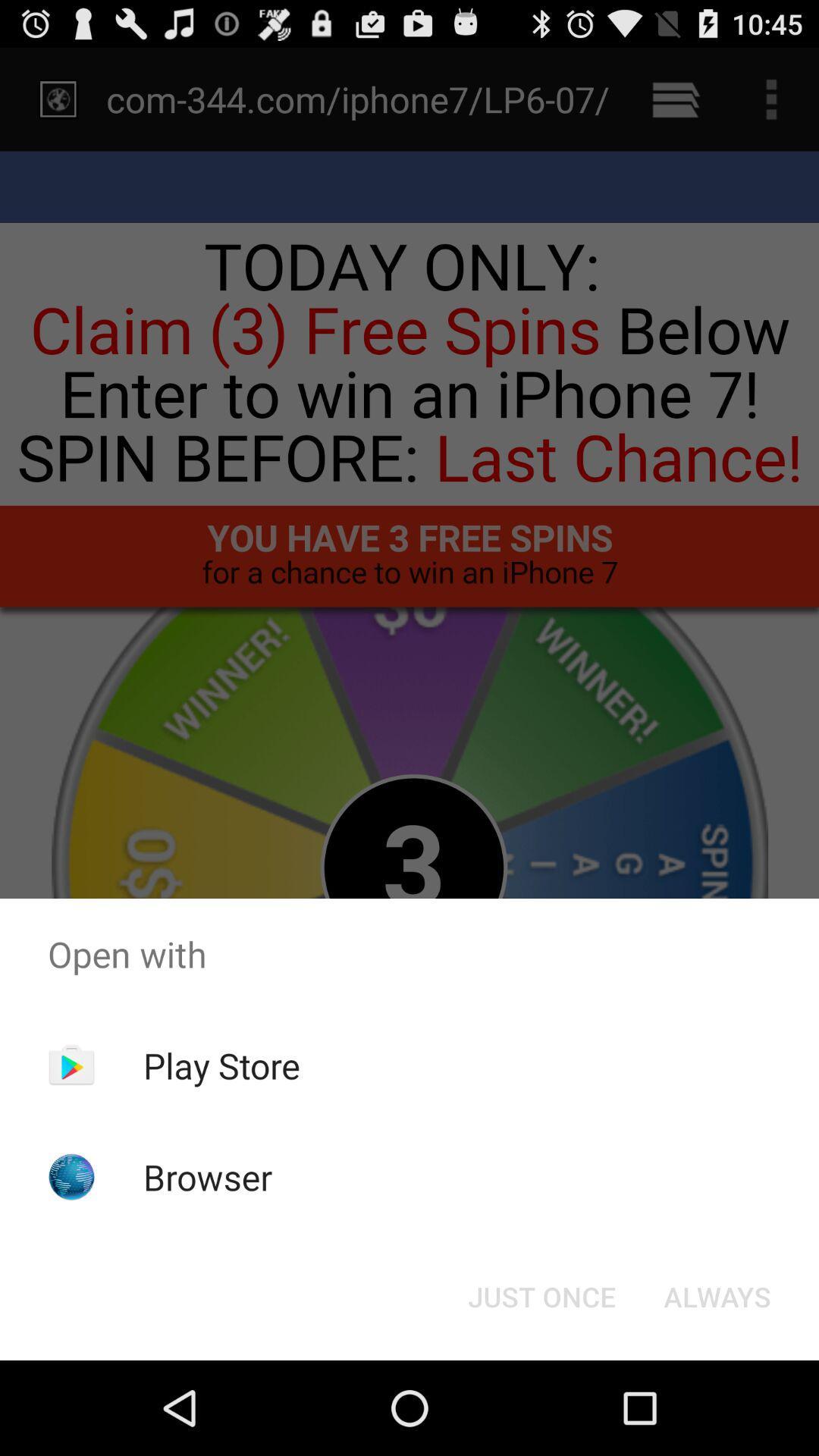  What do you see at coordinates (541, 1295) in the screenshot?
I see `the button at the bottom` at bounding box center [541, 1295].